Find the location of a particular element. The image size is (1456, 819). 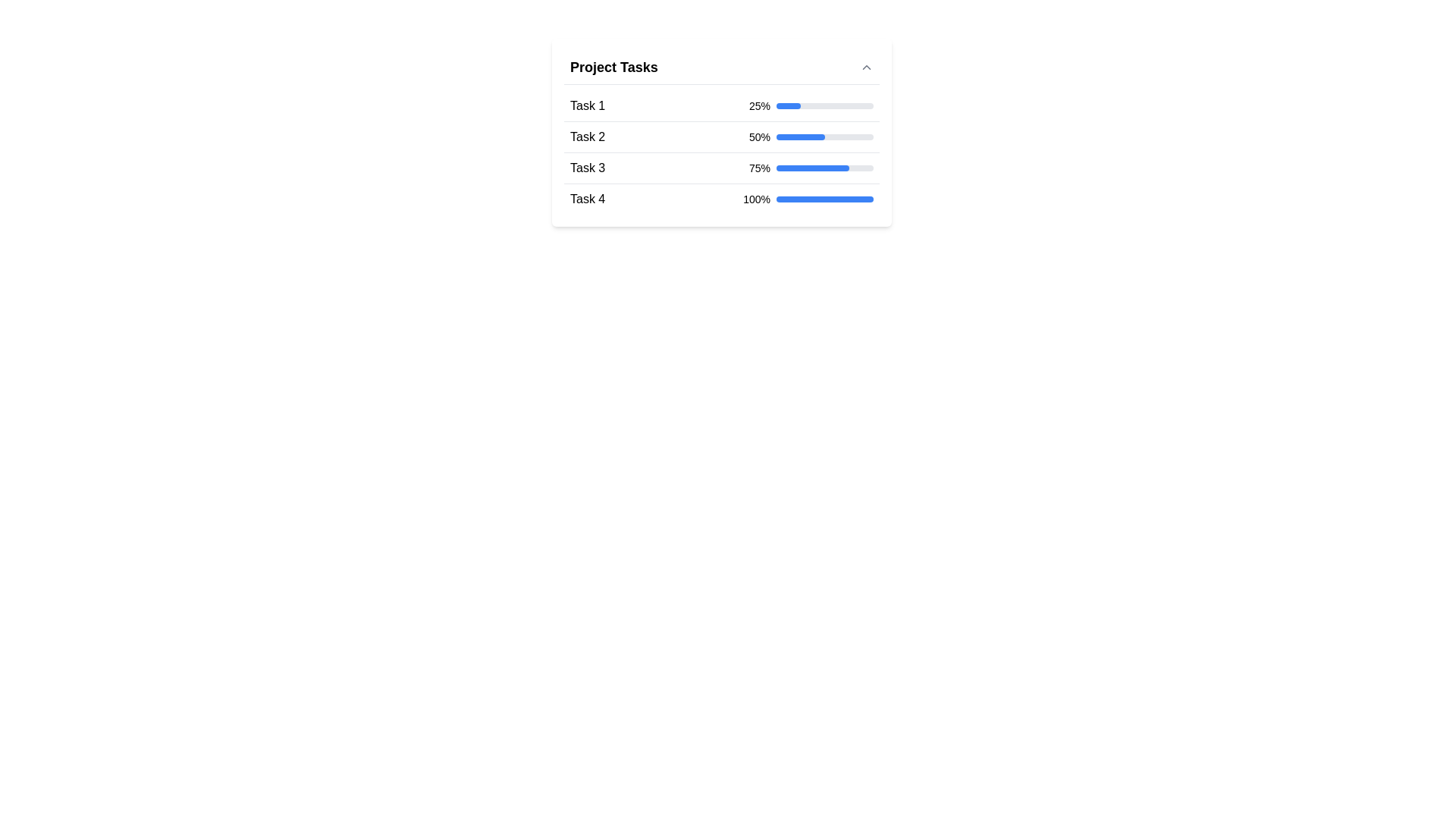

the fourth row item displaying 'Task 4' in the project management context is located at coordinates (720, 198).